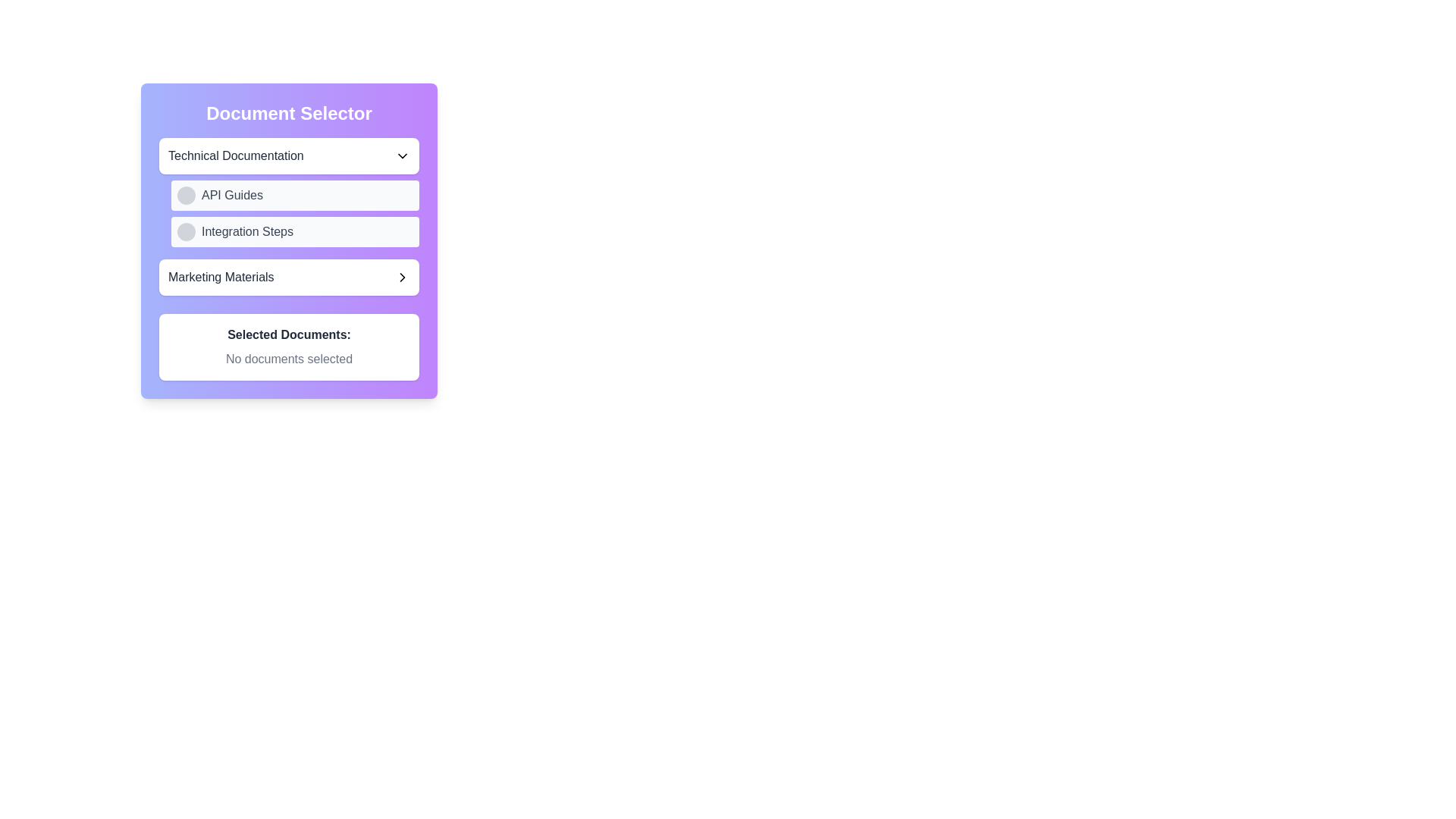  What do you see at coordinates (403, 278) in the screenshot?
I see `the navigation icon indicating access to 'Marketing Materials'` at bounding box center [403, 278].